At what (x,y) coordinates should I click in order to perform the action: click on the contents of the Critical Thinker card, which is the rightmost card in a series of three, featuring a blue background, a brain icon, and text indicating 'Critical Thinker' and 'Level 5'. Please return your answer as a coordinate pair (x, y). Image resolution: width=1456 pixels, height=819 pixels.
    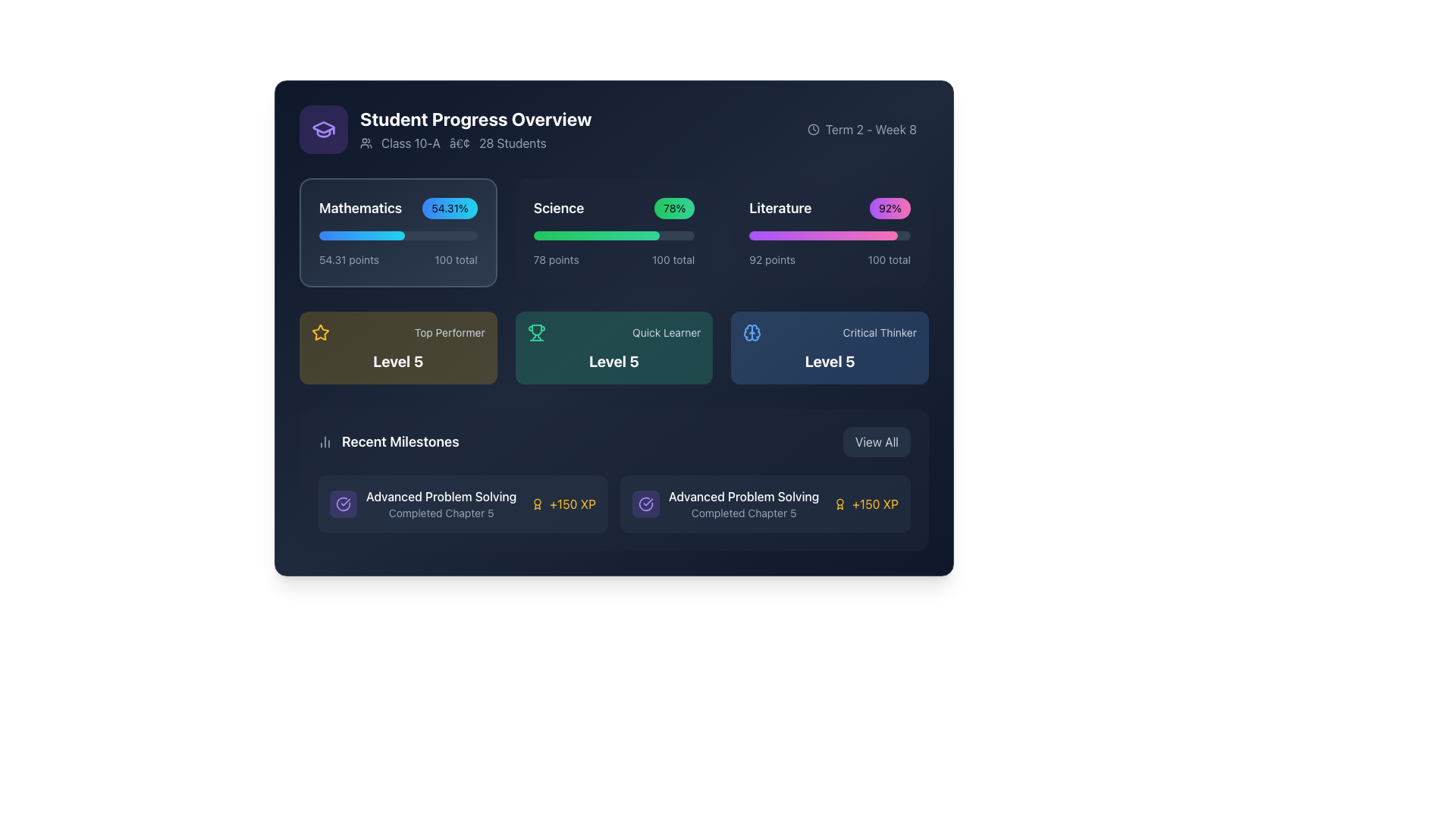
    Looking at the image, I should click on (829, 348).